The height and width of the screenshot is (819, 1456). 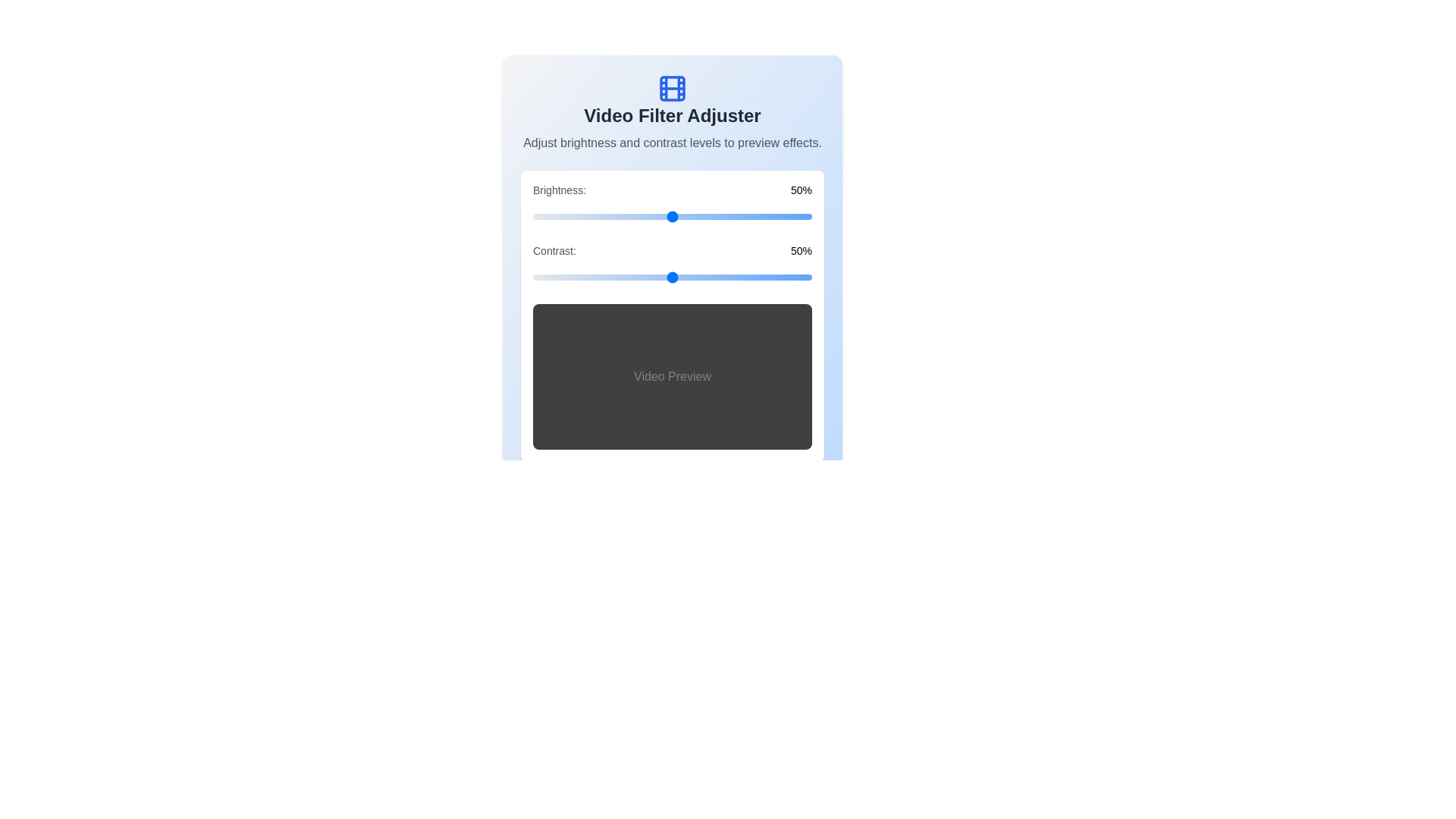 What do you see at coordinates (764, 216) in the screenshot?
I see `the brightness slider to 83%` at bounding box center [764, 216].